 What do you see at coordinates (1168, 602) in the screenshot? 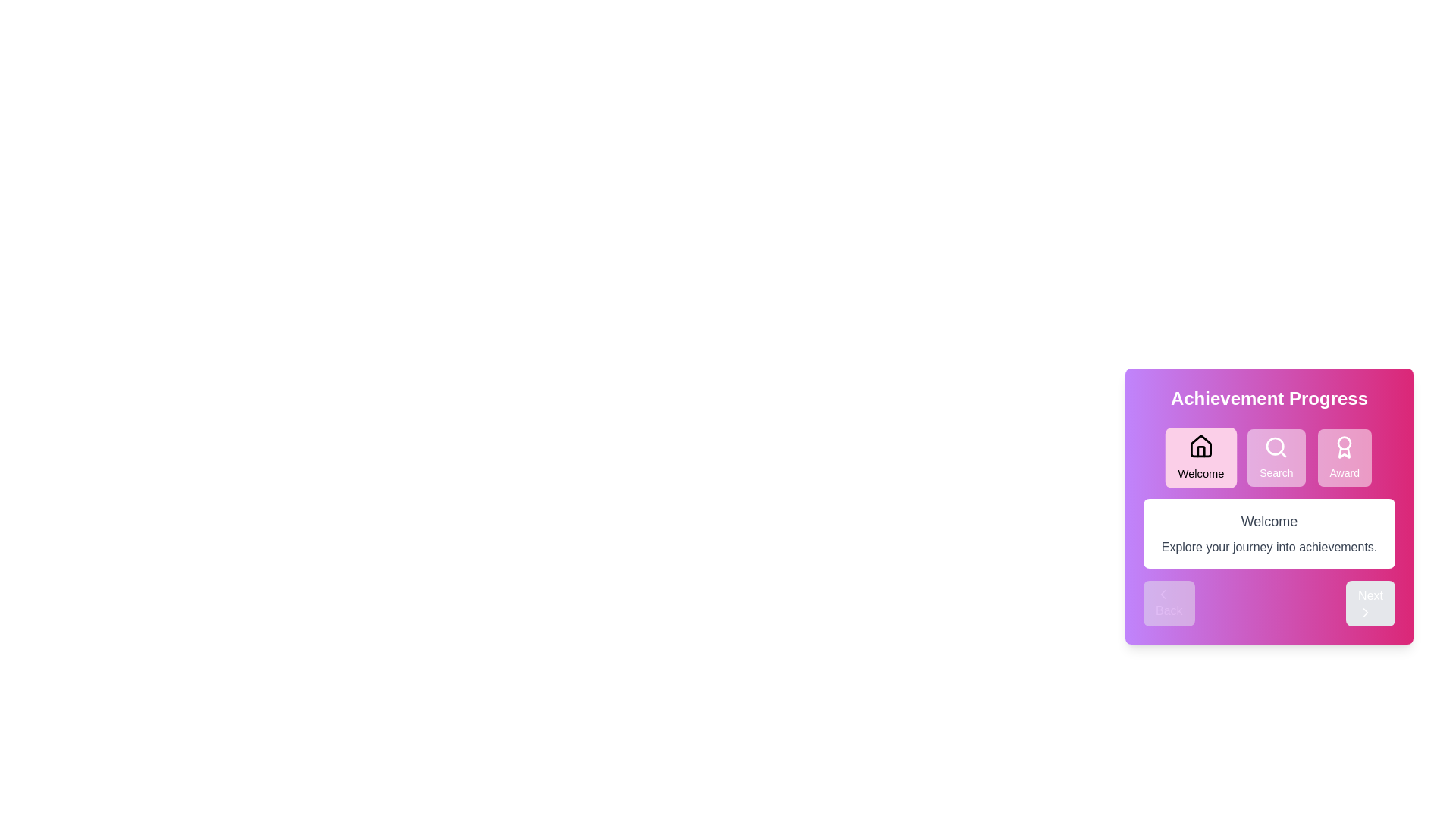
I see `the 'Back' button to navigate to the previous step` at bounding box center [1168, 602].